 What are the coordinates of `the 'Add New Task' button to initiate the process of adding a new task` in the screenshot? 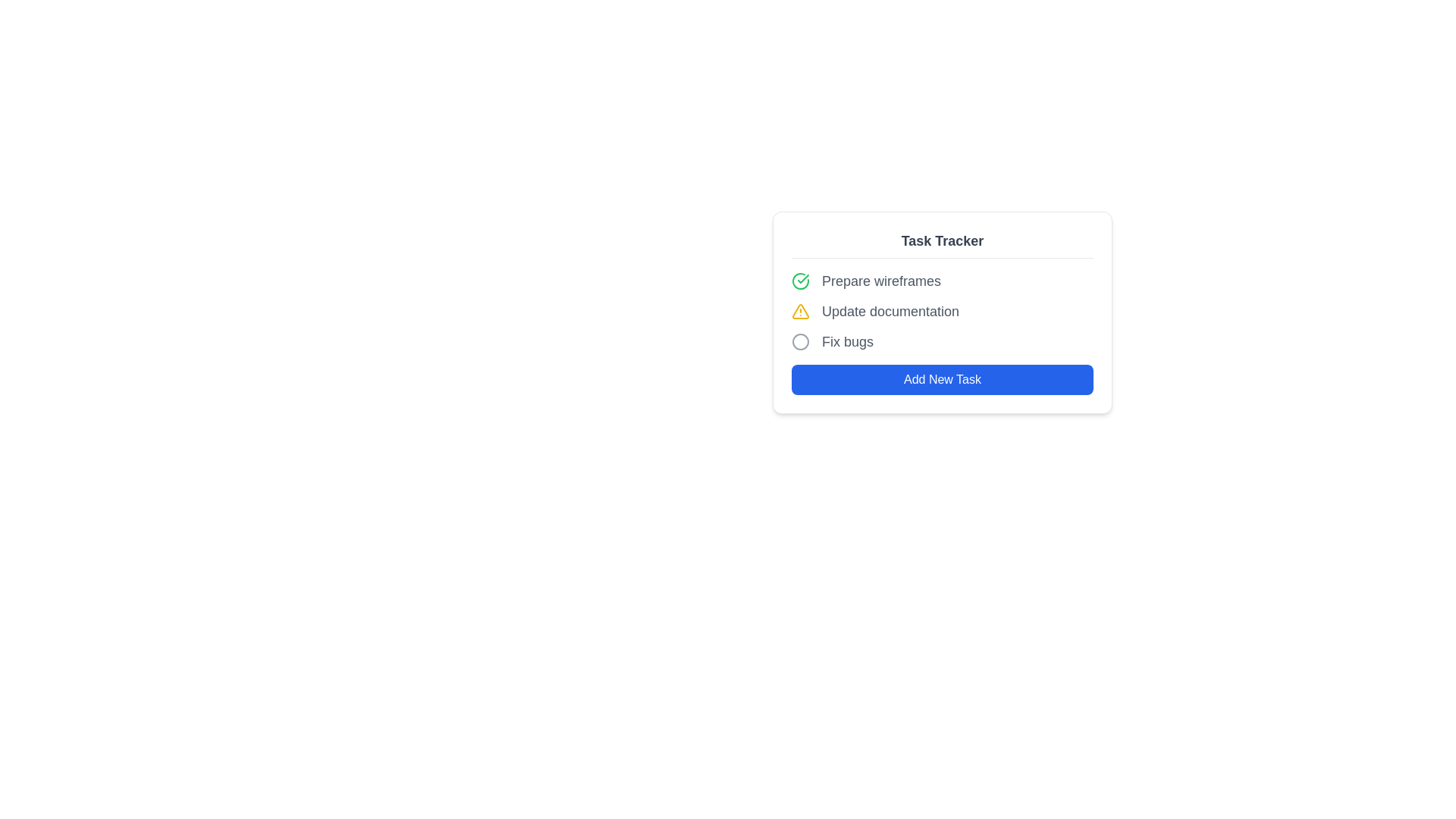 It's located at (942, 379).